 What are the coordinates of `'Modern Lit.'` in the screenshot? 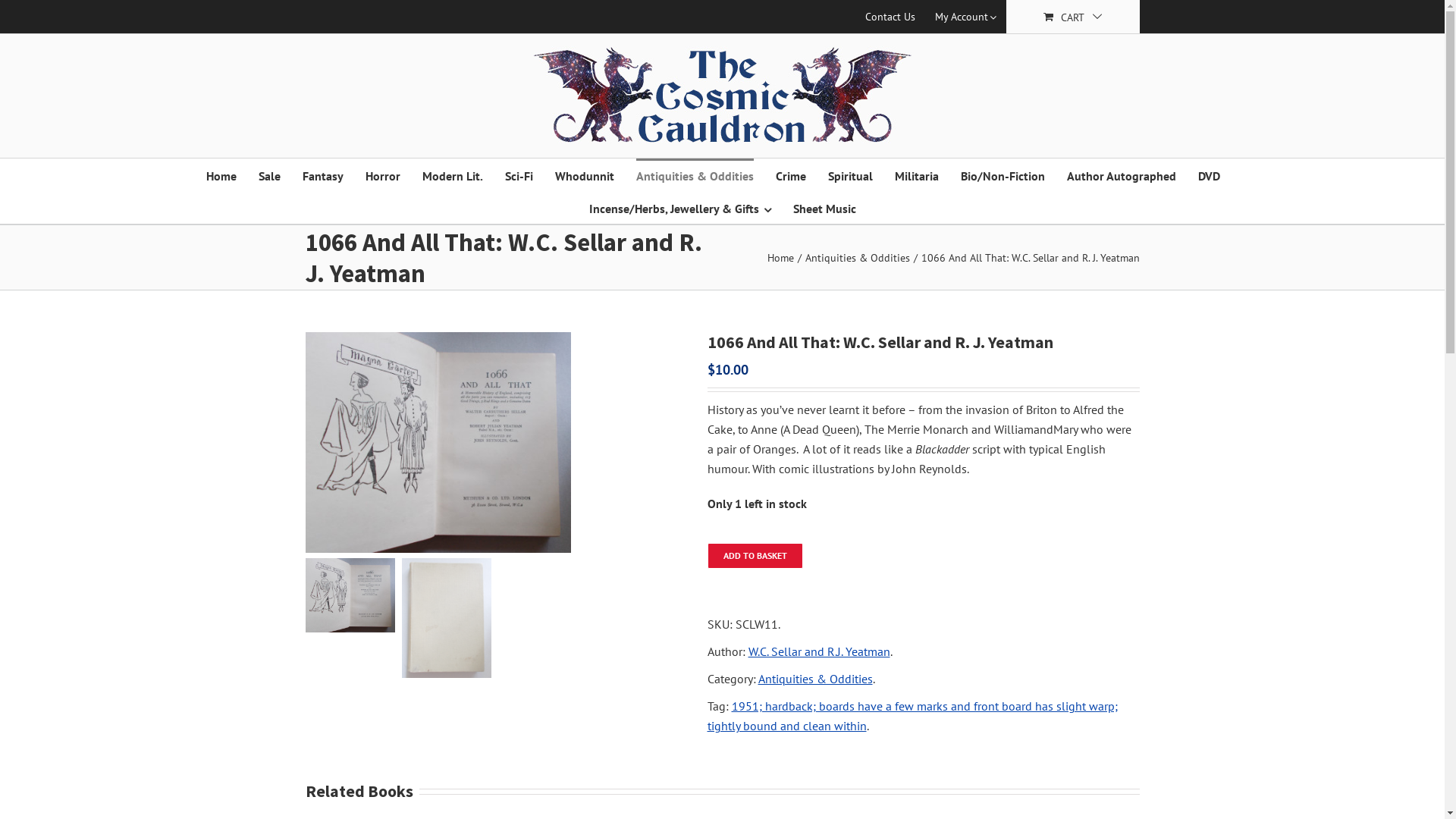 It's located at (450, 174).